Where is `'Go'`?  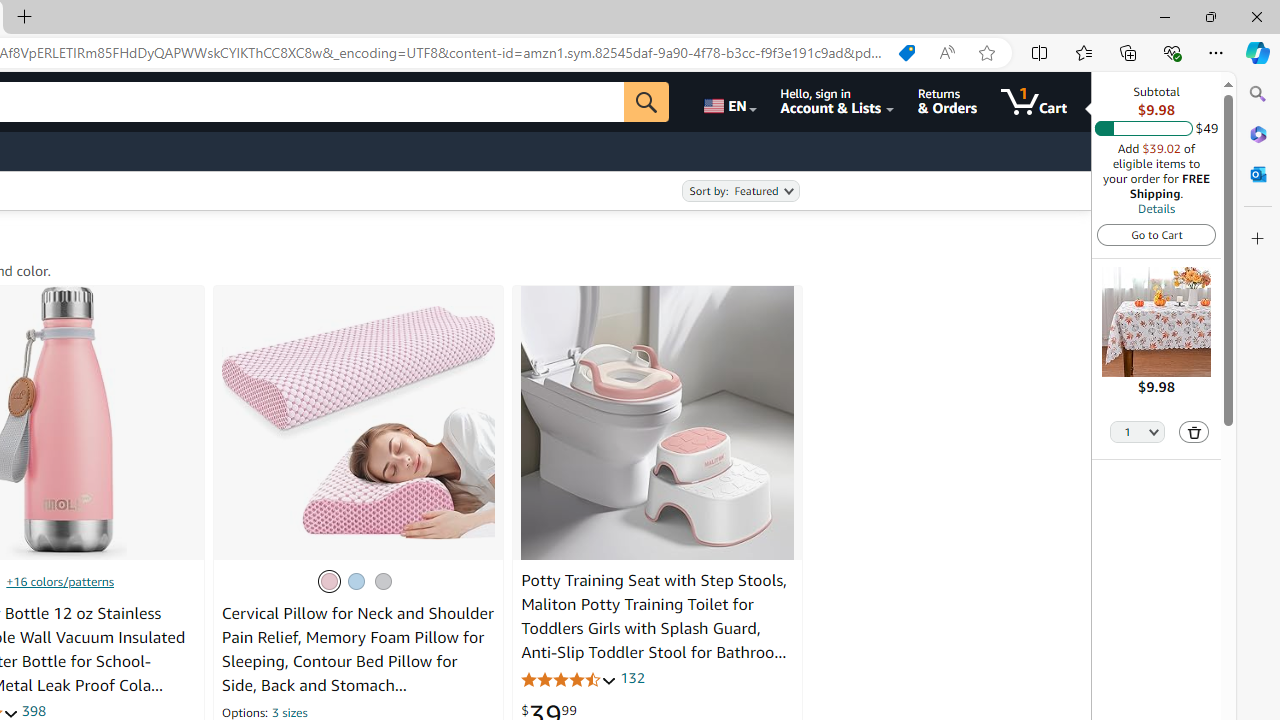
'Go' is located at coordinates (647, 101).